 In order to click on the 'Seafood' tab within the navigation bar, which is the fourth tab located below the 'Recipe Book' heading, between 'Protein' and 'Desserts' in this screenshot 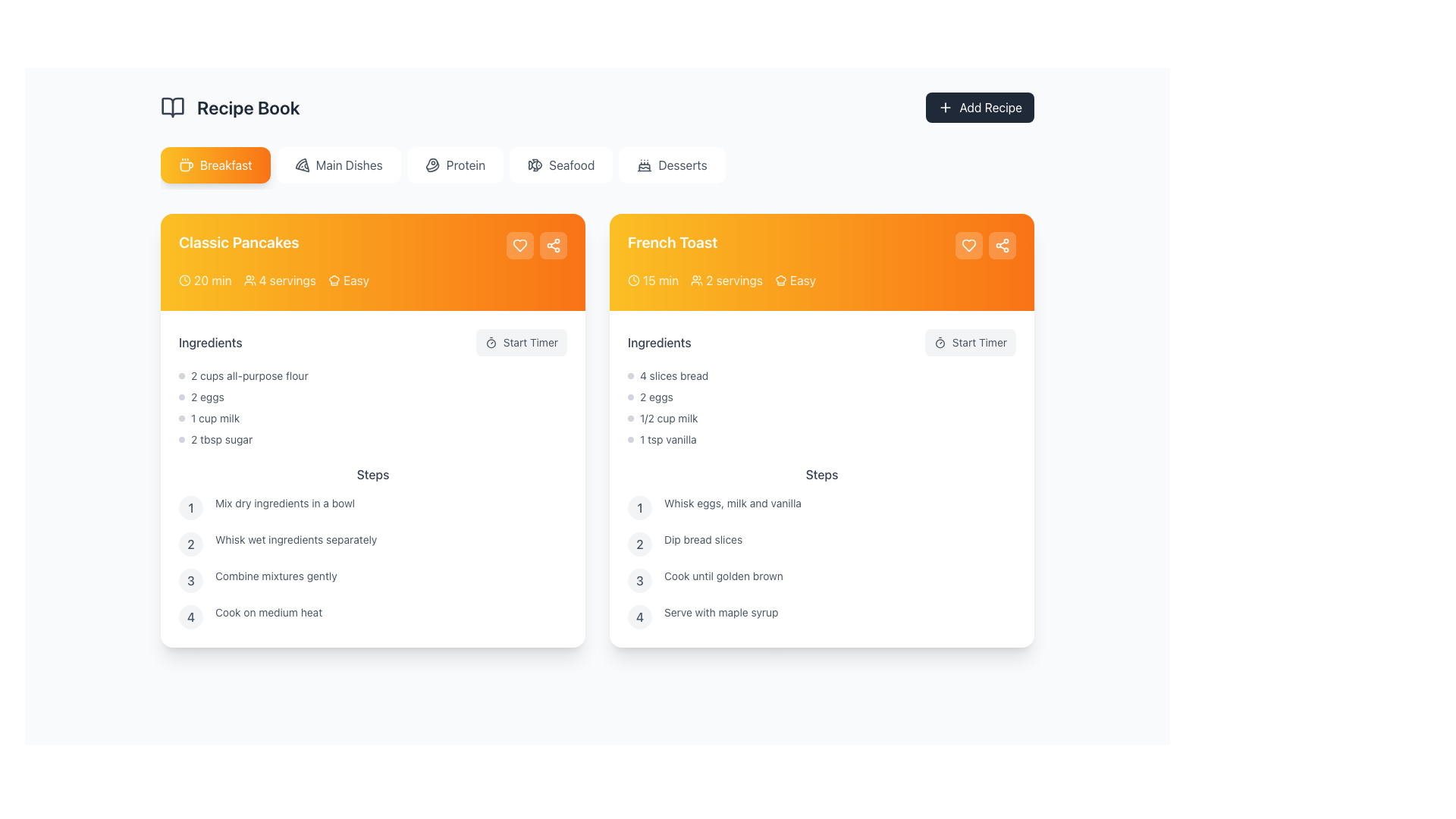, I will do `click(571, 165)`.